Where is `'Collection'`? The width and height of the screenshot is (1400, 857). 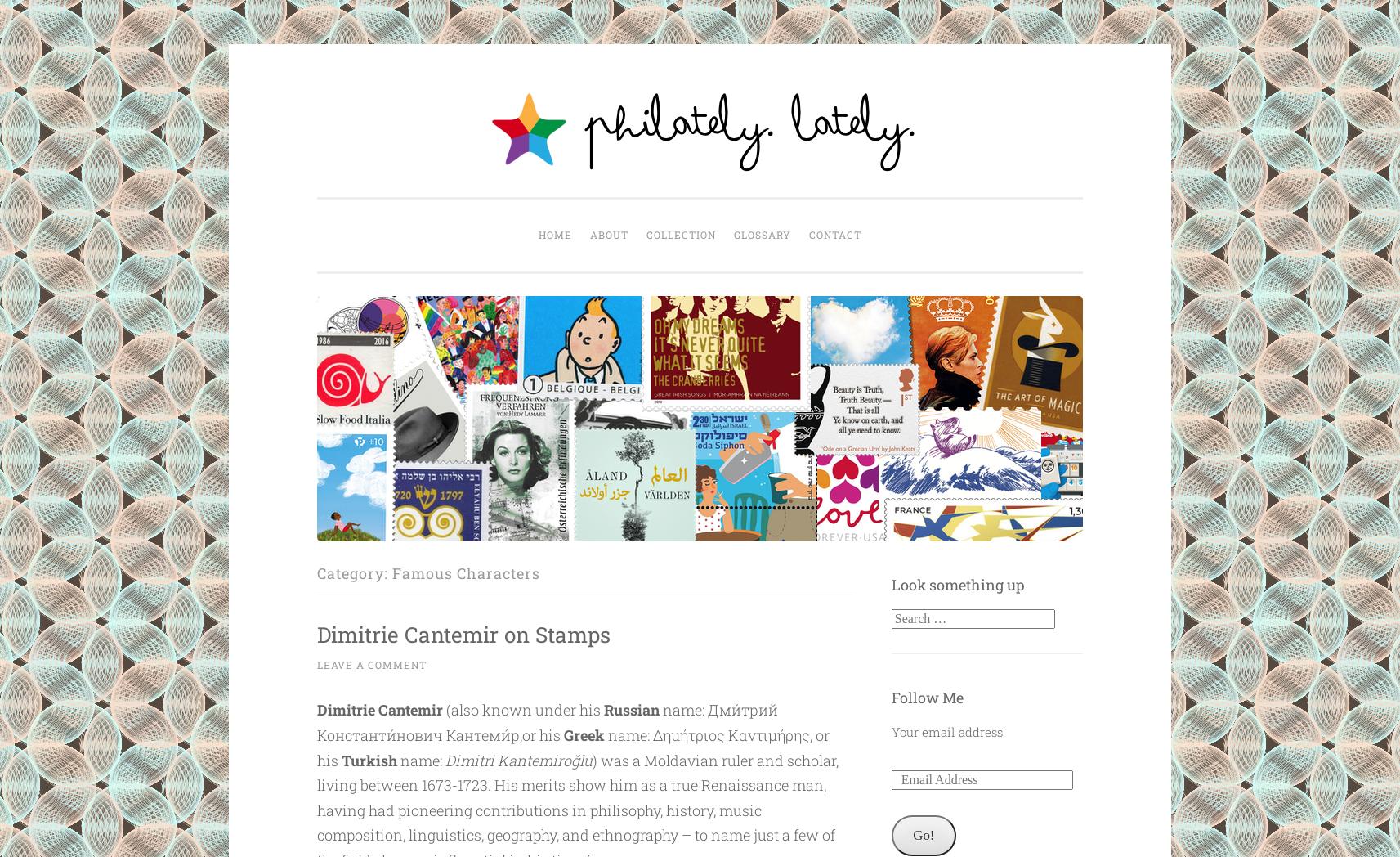
'Collection' is located at coordinates (680, 234).